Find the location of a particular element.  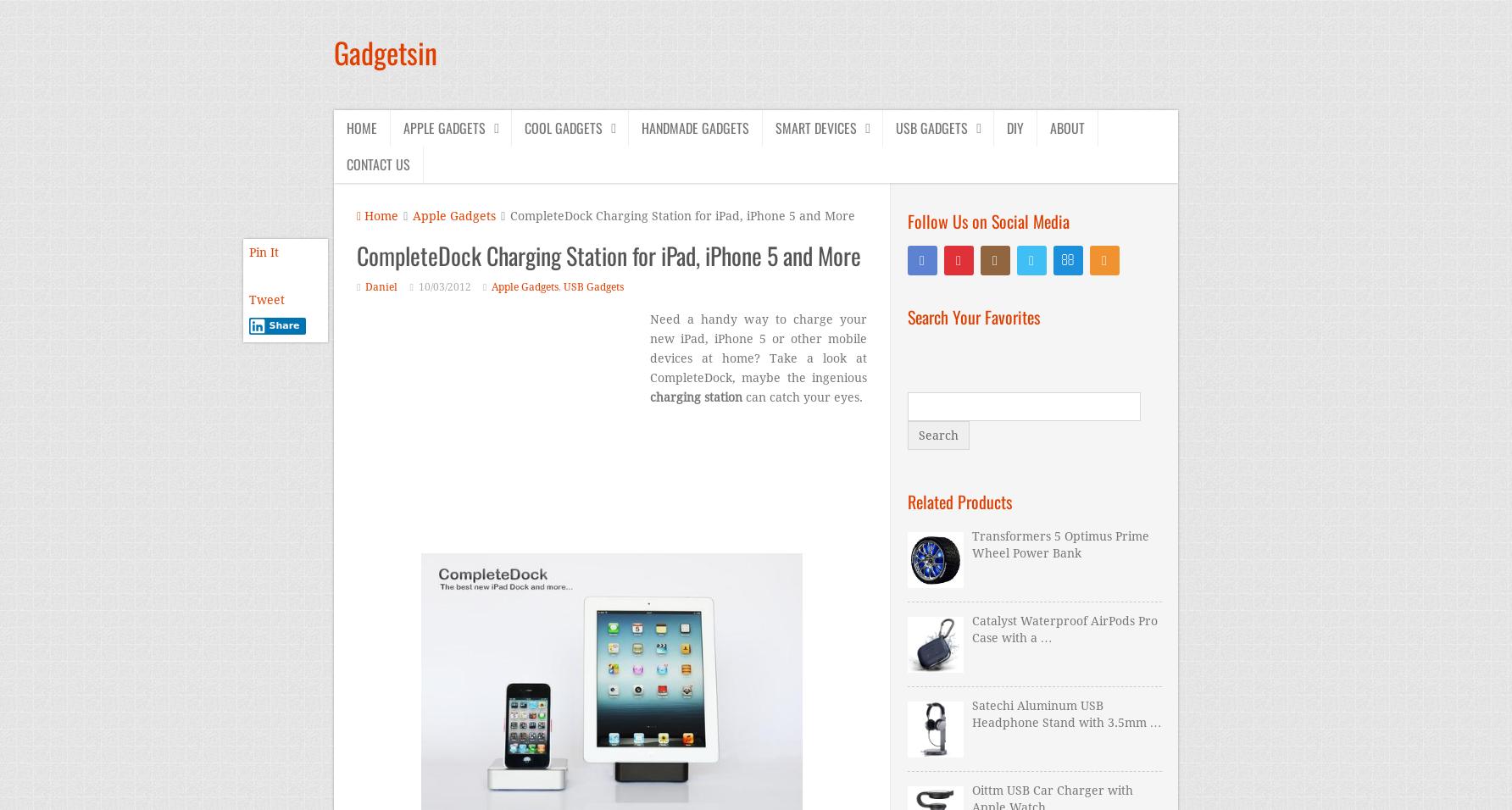

'Catalyst Waterproof AirPods Pro Case with a …' is located at coordinates (1063, 629).